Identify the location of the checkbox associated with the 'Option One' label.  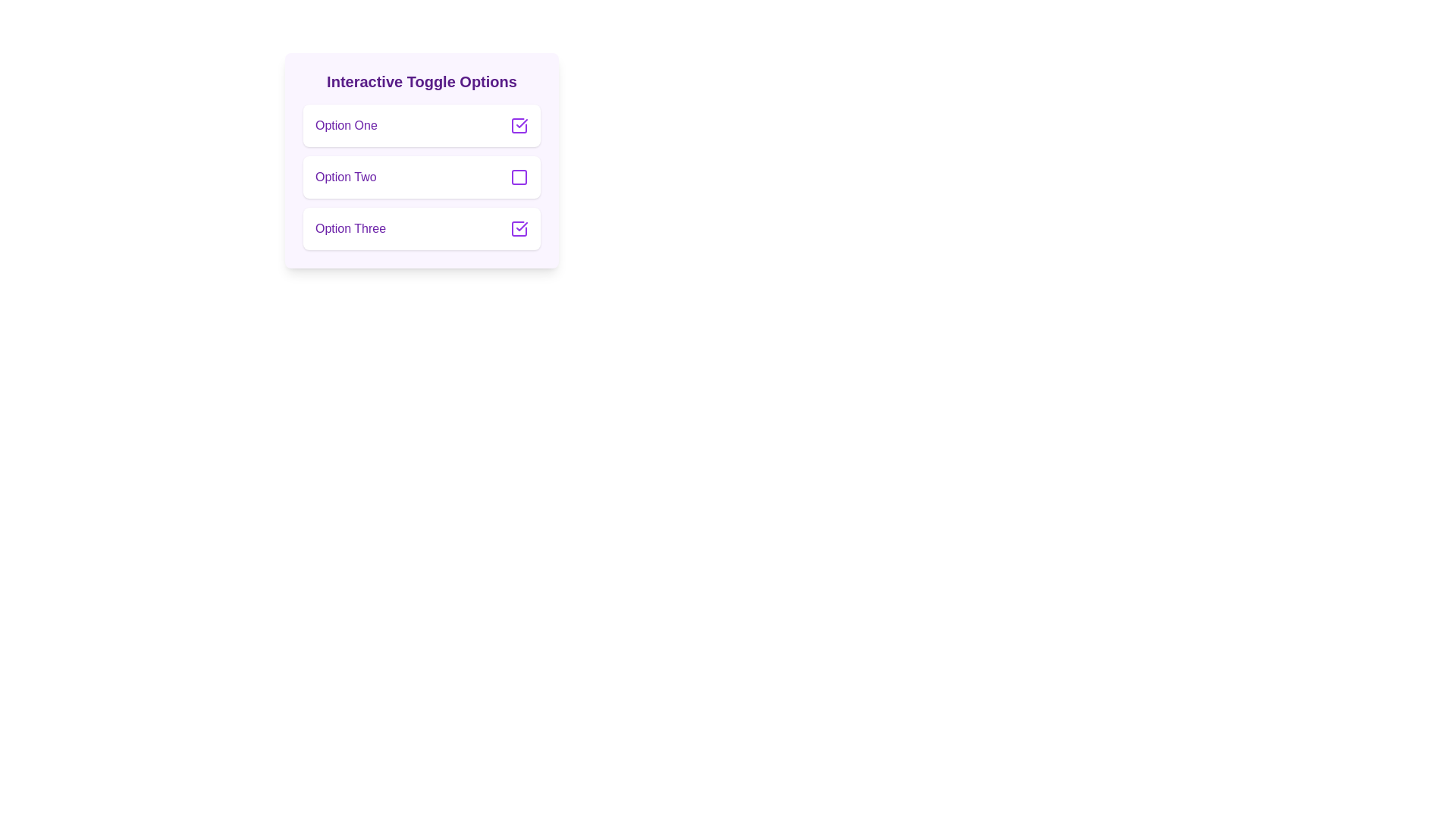
(522, 122).